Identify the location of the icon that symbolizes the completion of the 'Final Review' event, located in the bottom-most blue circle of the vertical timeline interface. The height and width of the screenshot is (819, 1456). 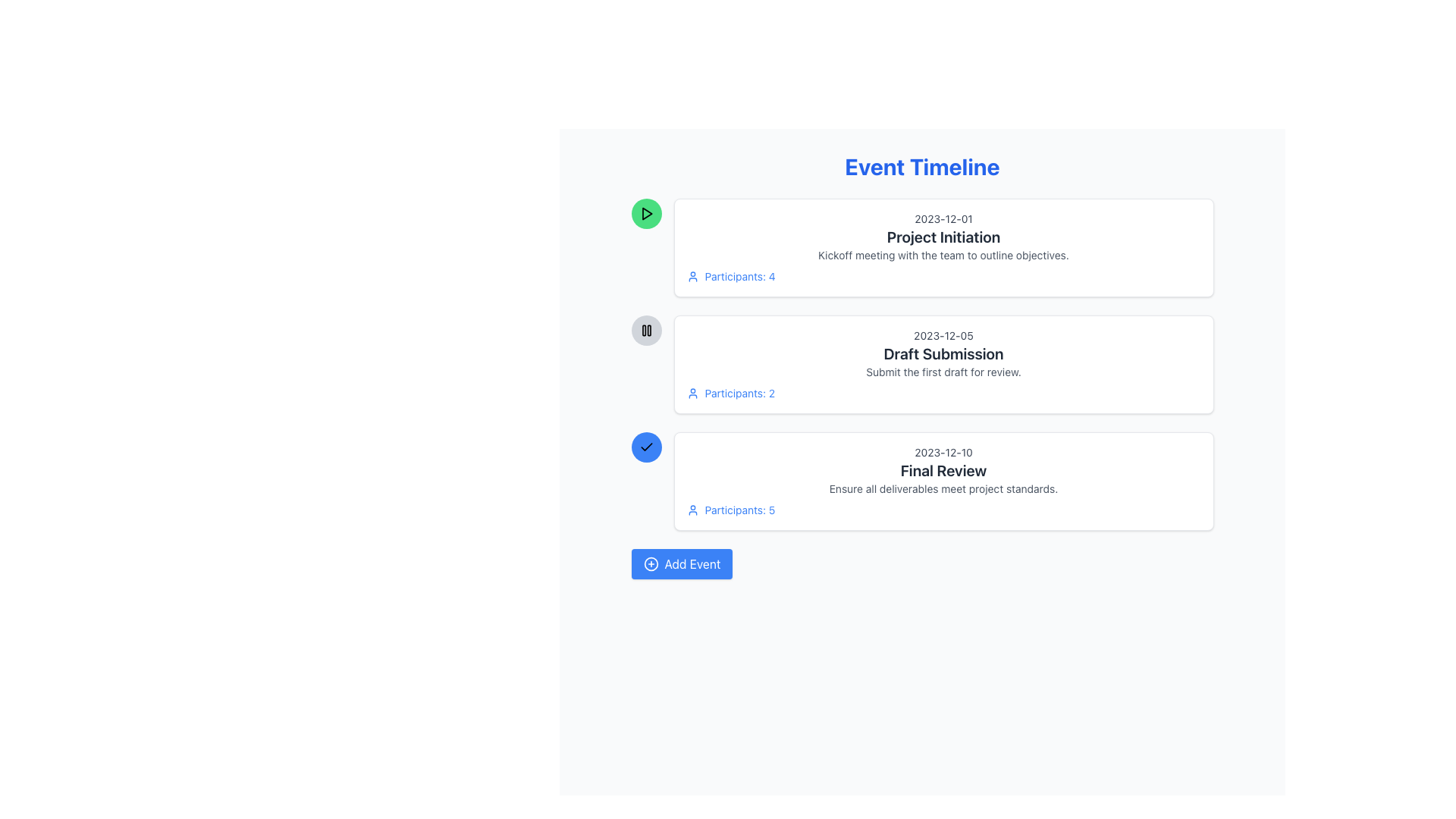
(646, 447).